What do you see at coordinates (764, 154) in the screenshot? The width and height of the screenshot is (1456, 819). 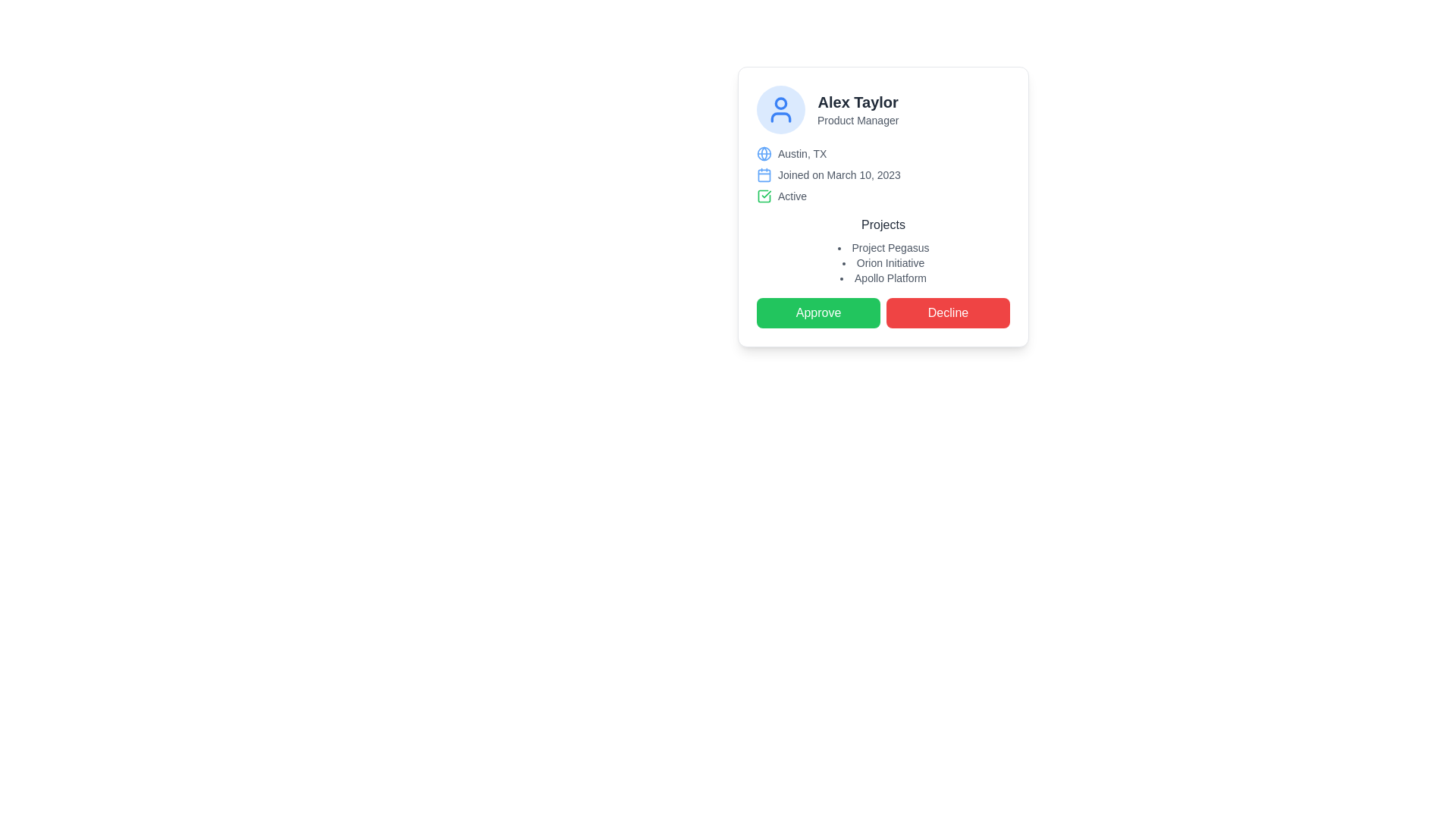 I see `the decorative icon to the left of the text 'Austin, TX', which represents a geographical context` at bounding box center [764, 154].